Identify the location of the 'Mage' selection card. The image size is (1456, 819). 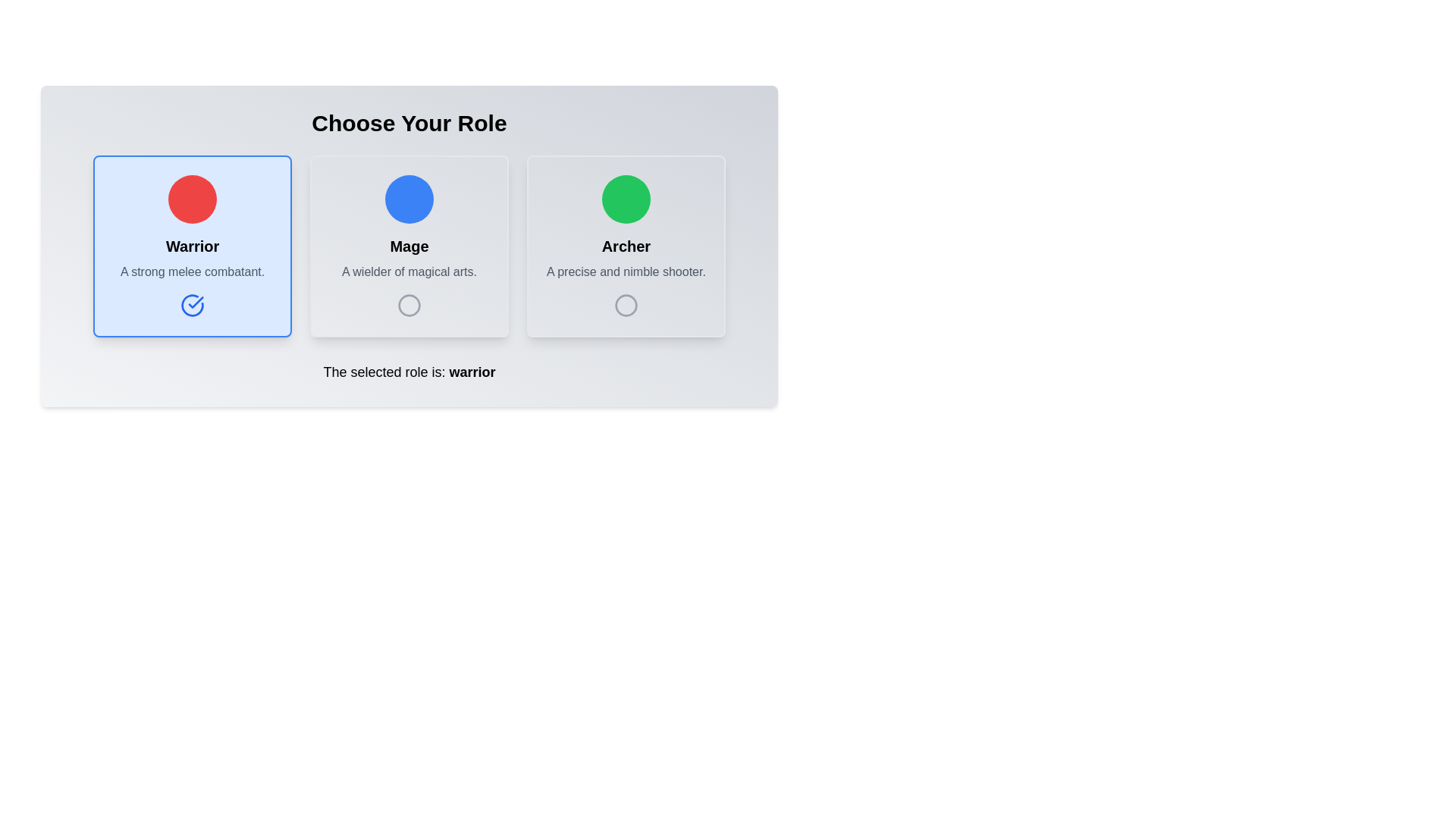
(409, 245).